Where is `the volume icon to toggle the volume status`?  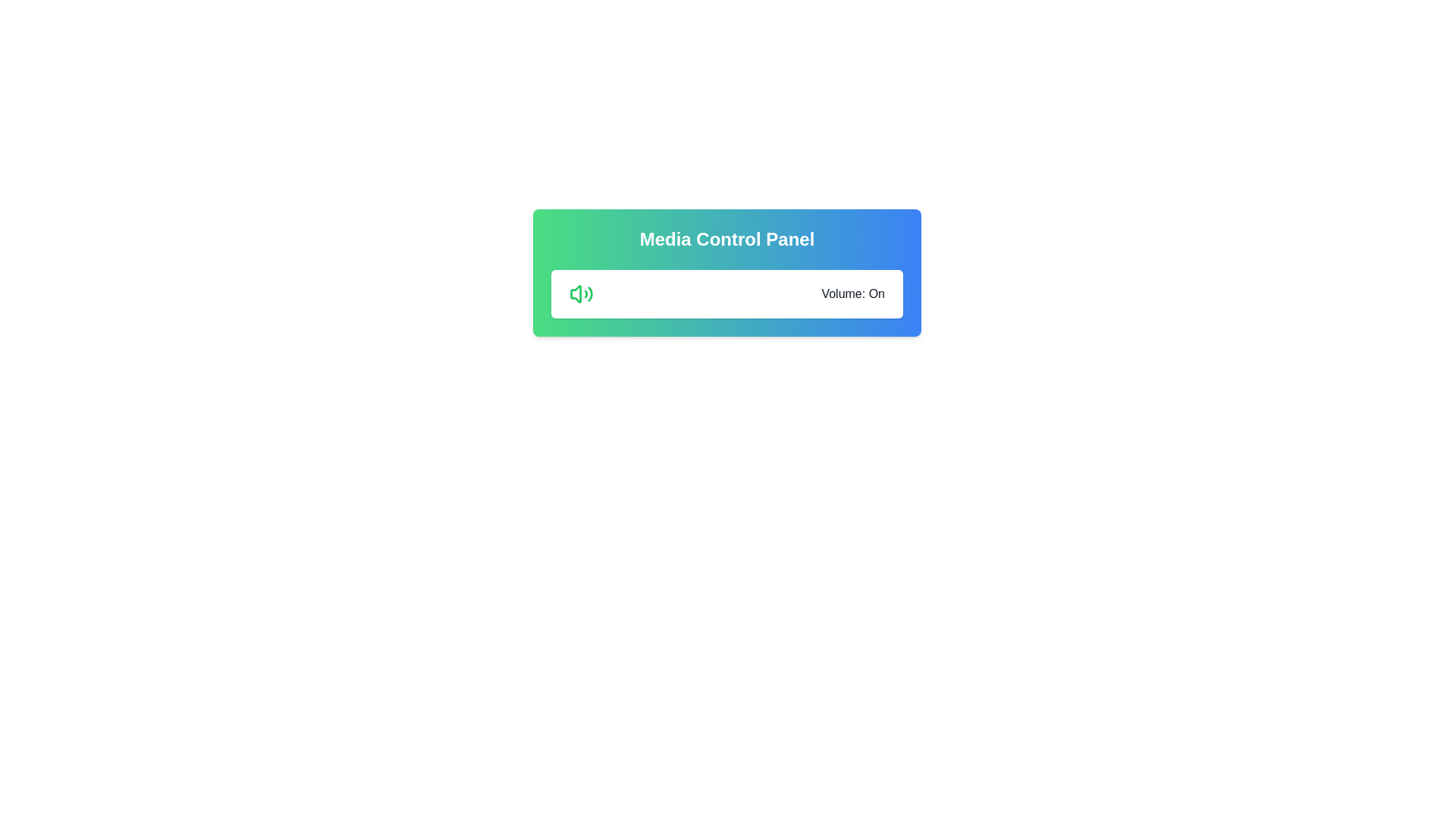
the volume icon to toggle the volume status is located at coordinates (581, 294).